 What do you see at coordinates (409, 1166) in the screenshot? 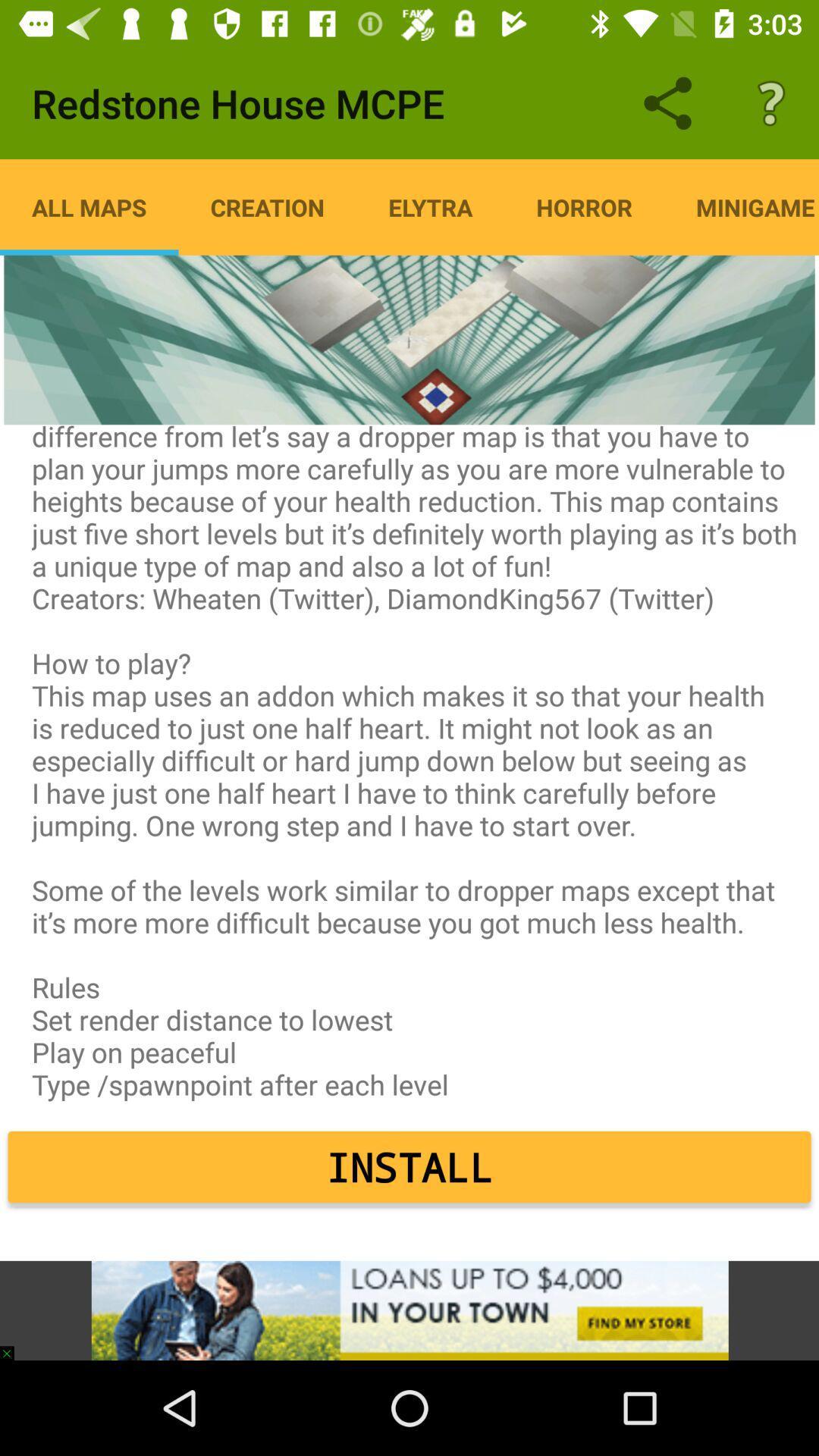
I see `install icon` at bounding box center [409, 1166].